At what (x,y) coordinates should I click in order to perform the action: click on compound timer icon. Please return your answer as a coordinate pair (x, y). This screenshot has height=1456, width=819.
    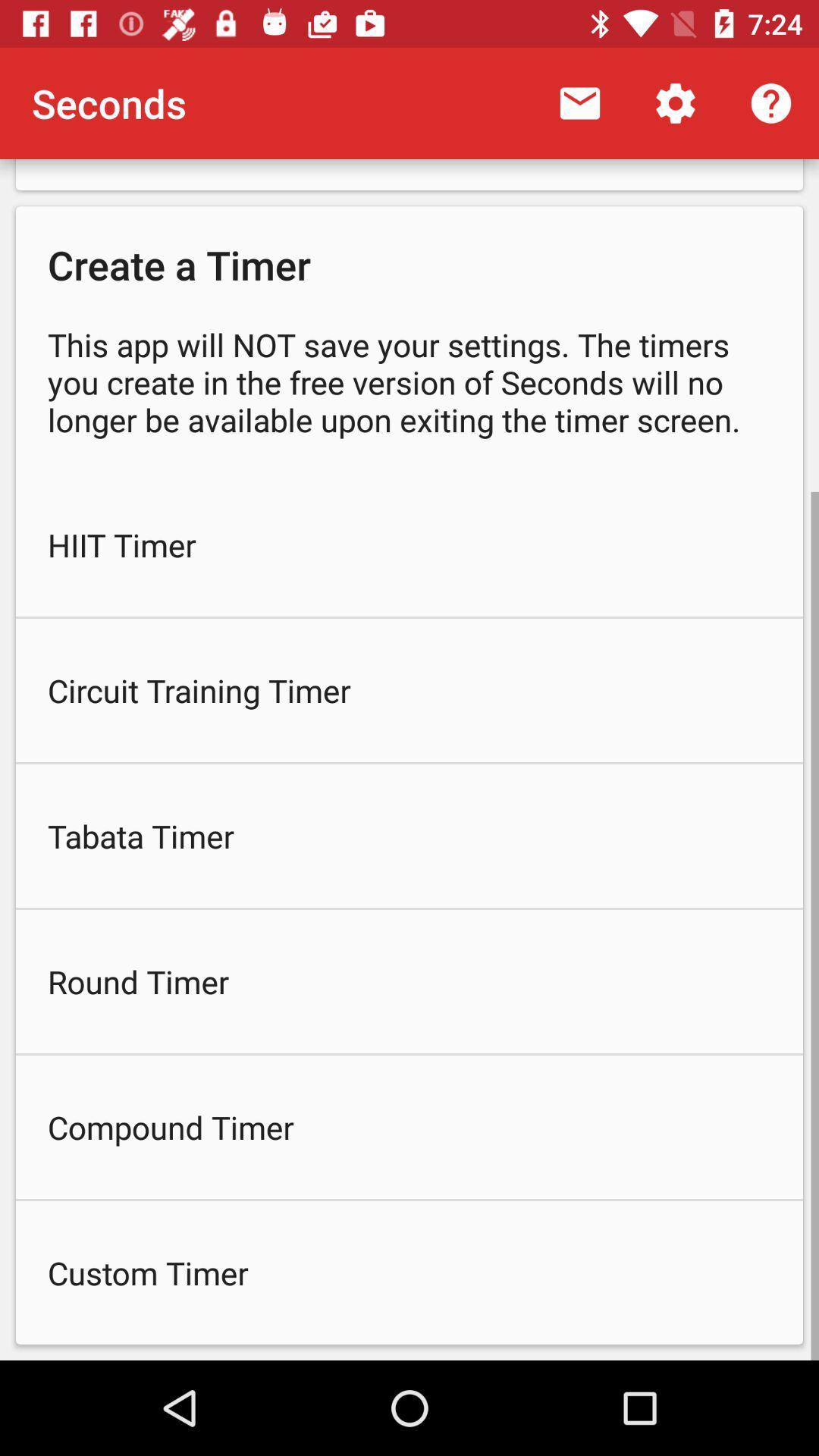
    Looking at the image, I should click on (409, 1127).